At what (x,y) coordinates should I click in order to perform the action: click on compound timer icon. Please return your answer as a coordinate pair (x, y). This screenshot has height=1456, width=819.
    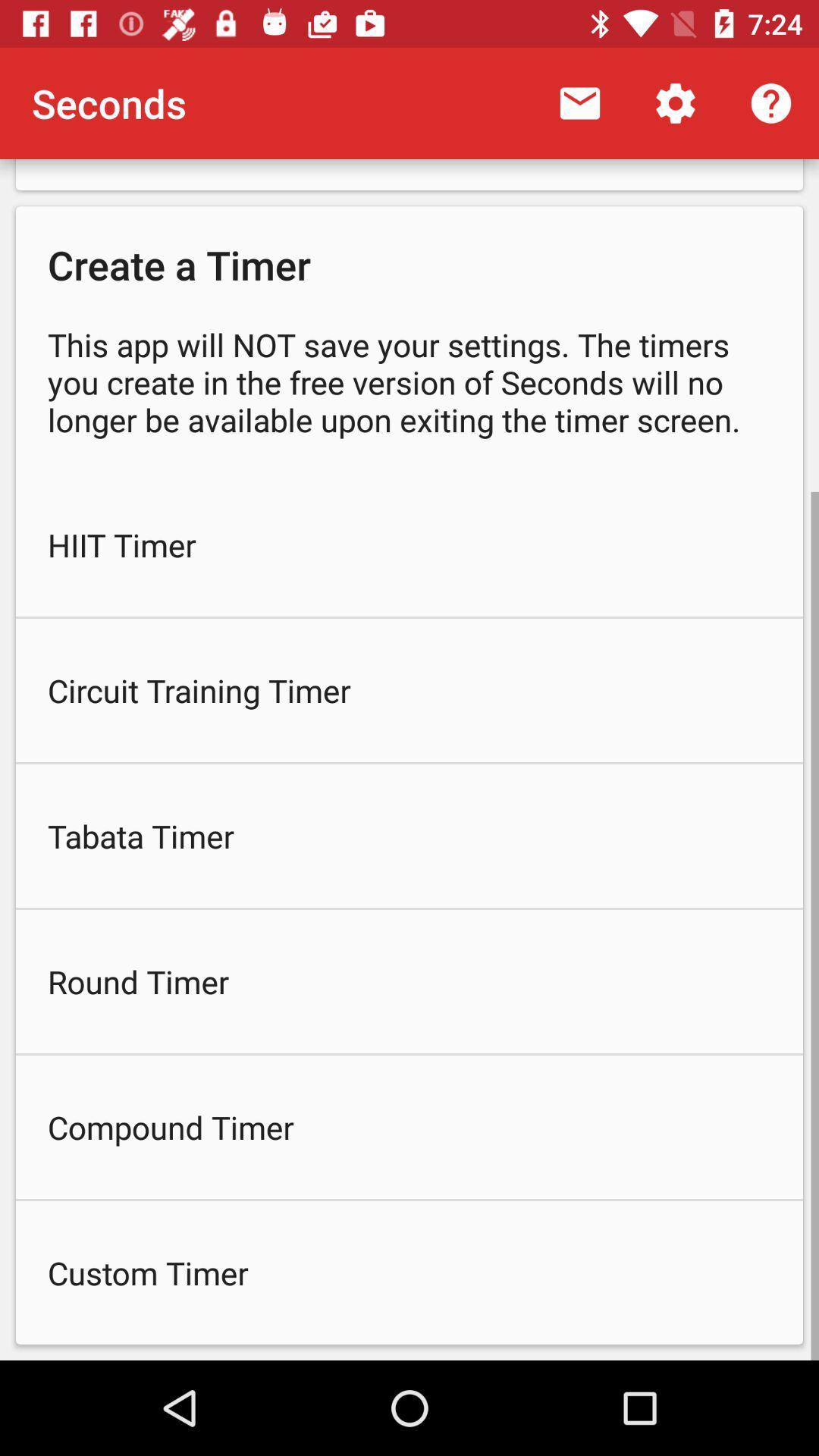
    Looking at the image, I should click on (409, 1127).